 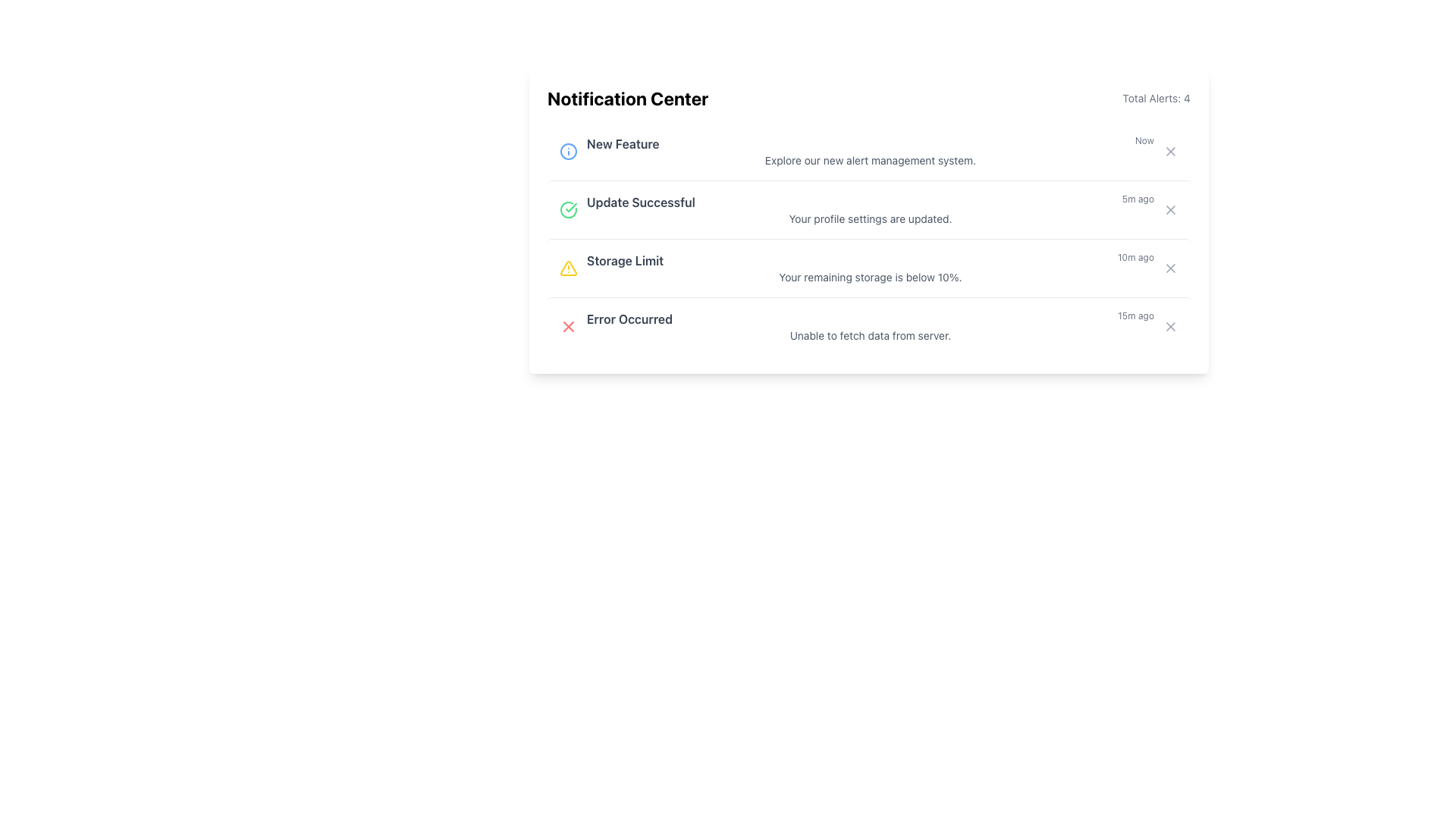 What do you see at coordinates (870, 278) in the screenshot?
I see `the static text element that informs the user about their storage being below 10%, located in the third notification block labeled 'Storage Limit'` at bounding box center [870, 278].